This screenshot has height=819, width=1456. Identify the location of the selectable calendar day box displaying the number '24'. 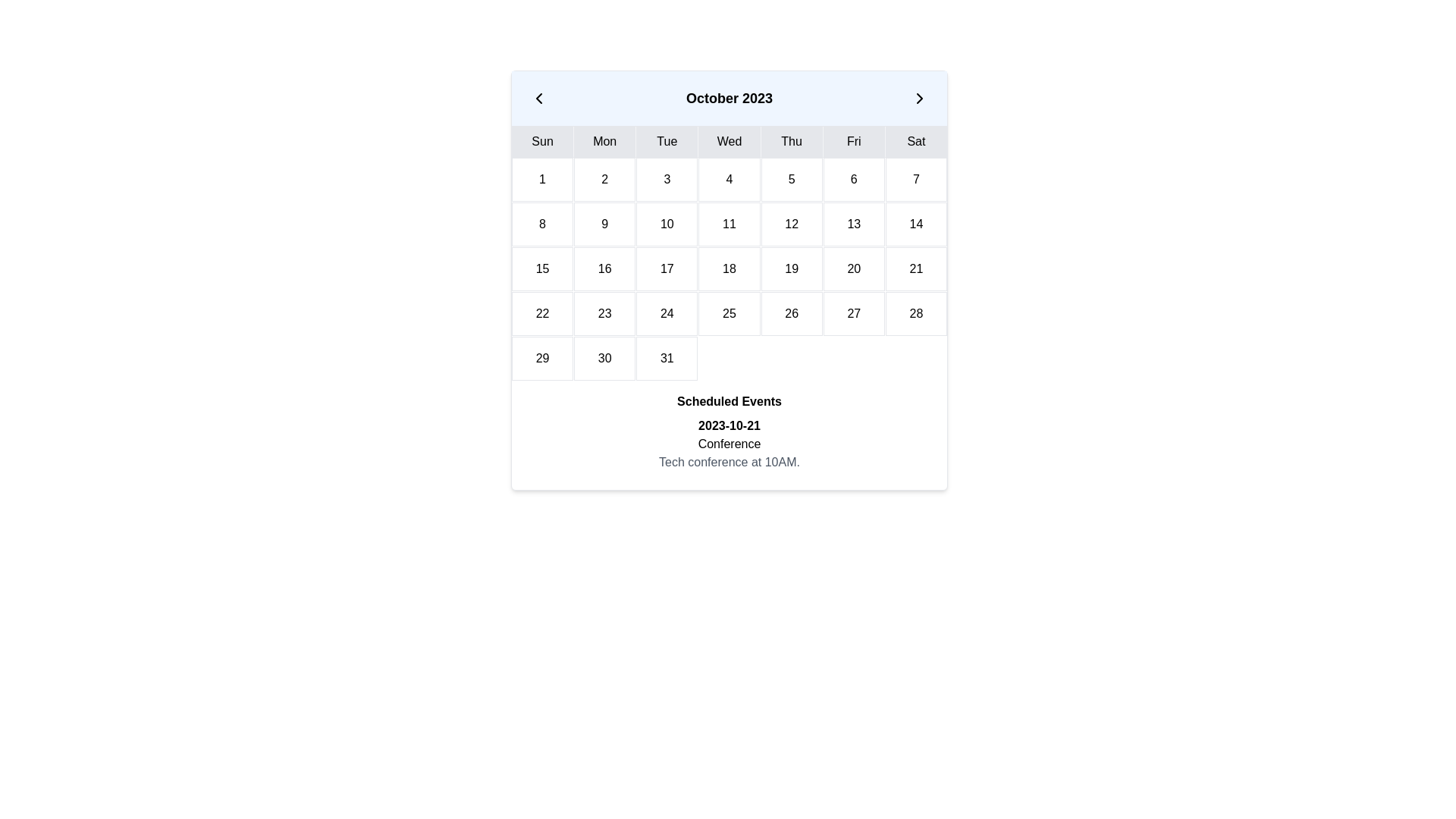
(667, 312).